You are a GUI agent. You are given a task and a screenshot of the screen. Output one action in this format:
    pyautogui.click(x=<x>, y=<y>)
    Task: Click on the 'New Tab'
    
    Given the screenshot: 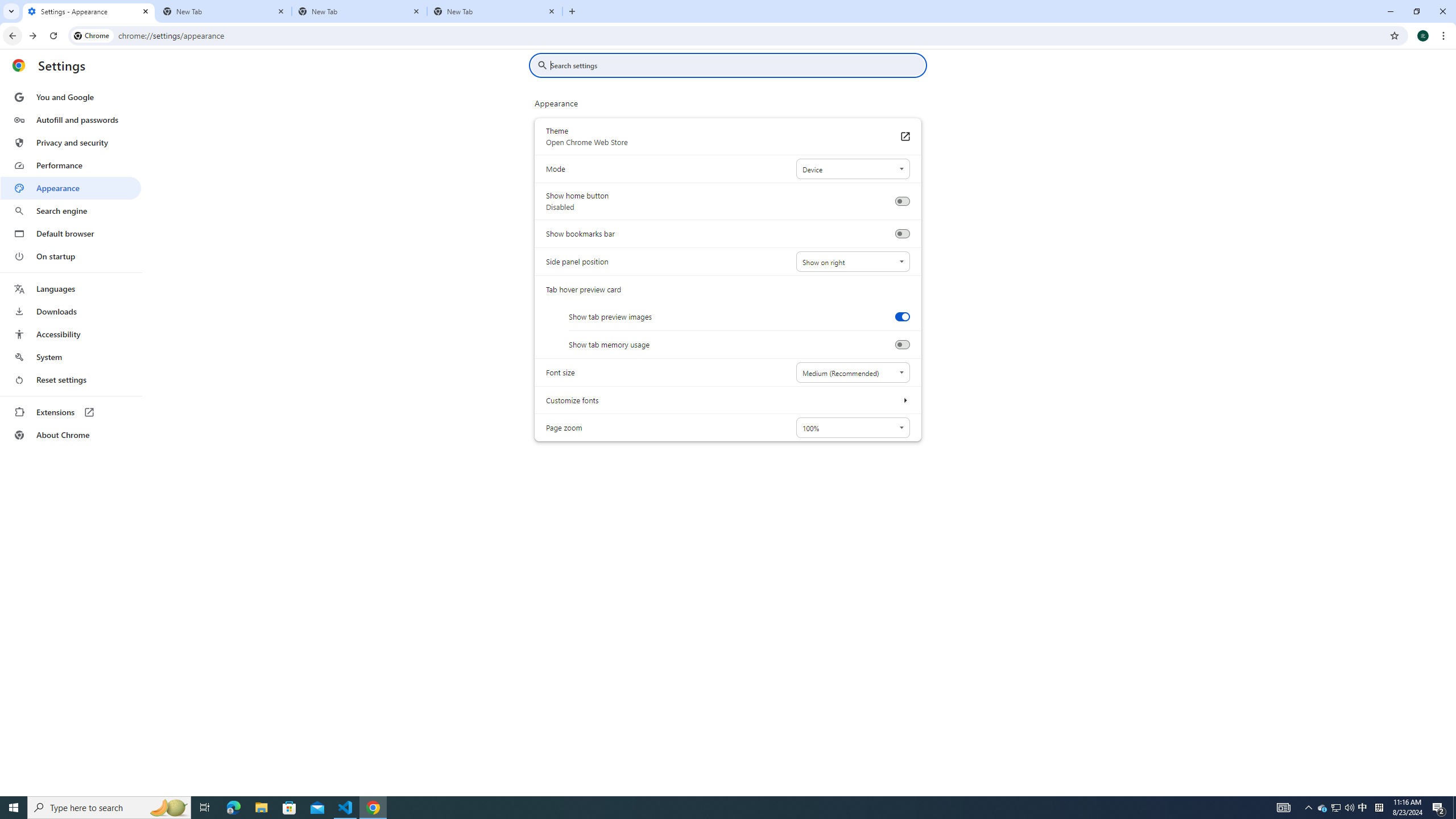 What is the action you would take?
    pyautogui.click(x=494, y=11)
    